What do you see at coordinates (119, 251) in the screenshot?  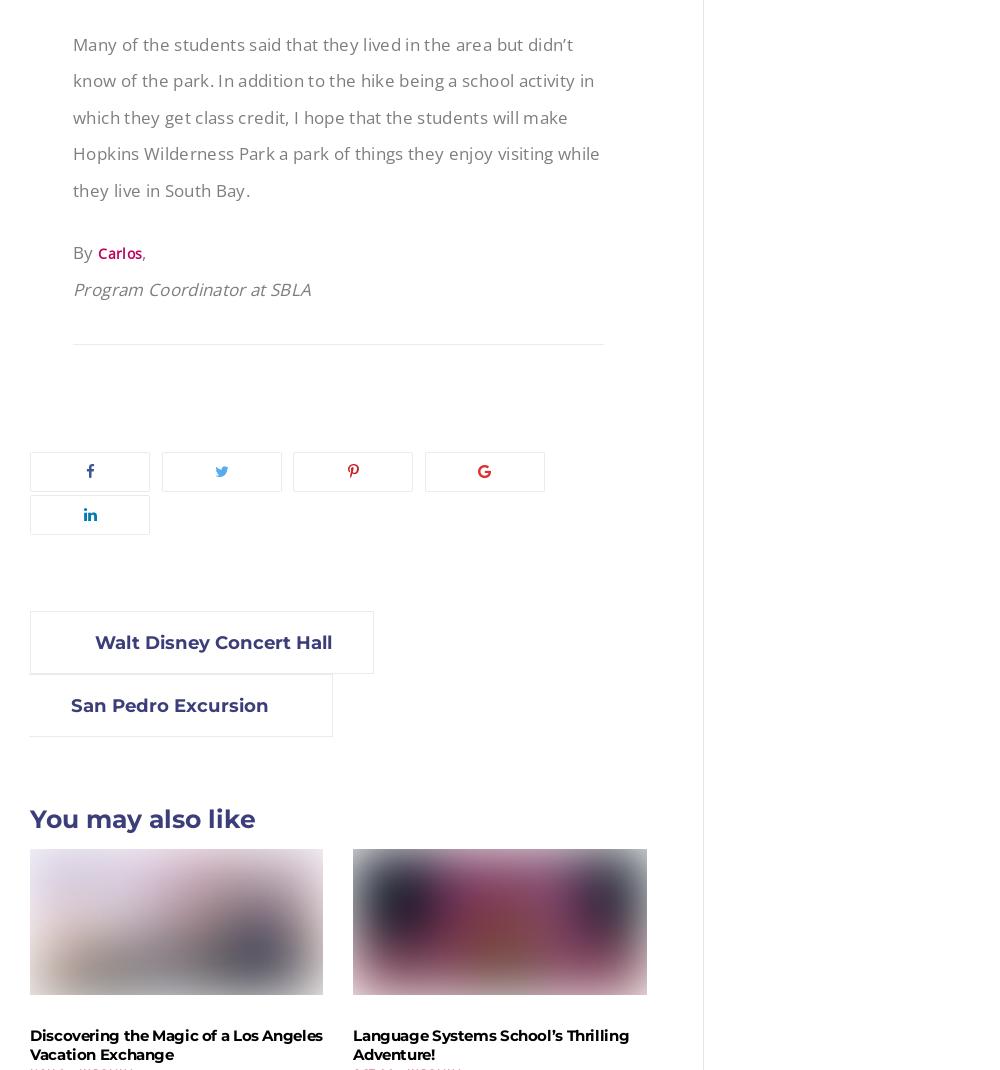 I see `'Carlos'` at bounding box center [119, 251].